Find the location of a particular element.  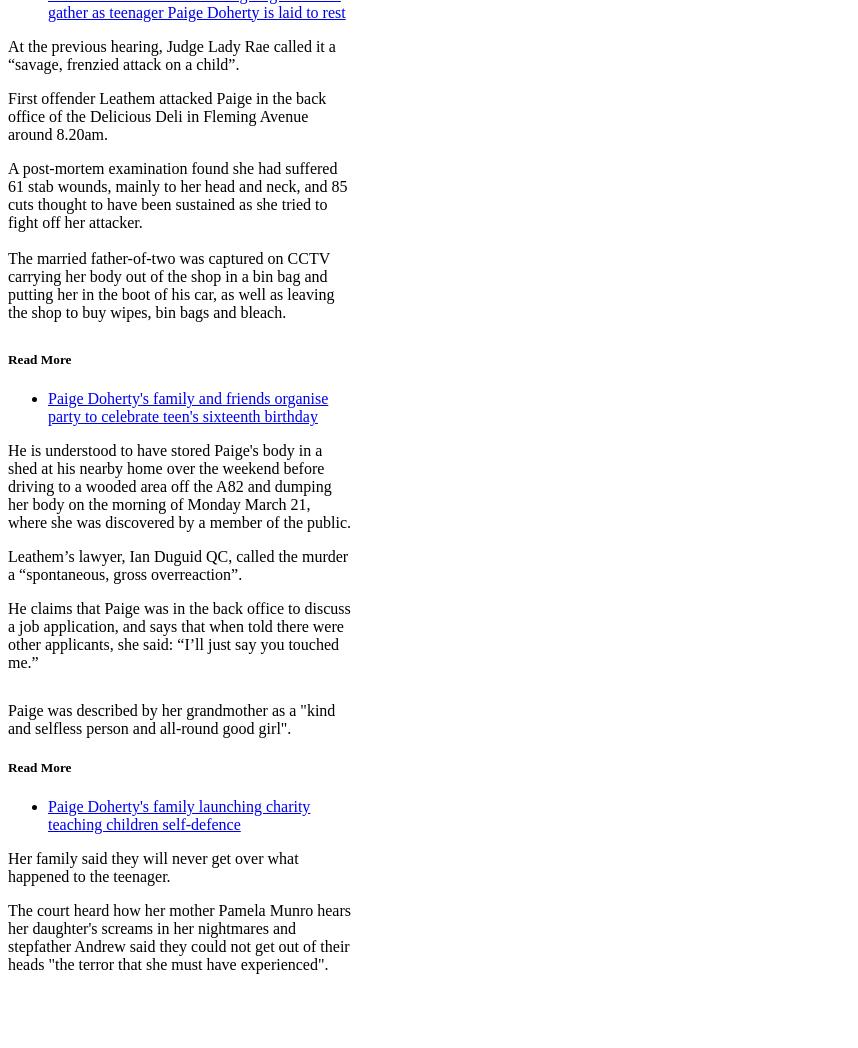

'First offender Leathem attacked Paige in the back office of the Delicious Deli in Fleming Avenue around 8.20am.' is located at coordinates (165, 114).